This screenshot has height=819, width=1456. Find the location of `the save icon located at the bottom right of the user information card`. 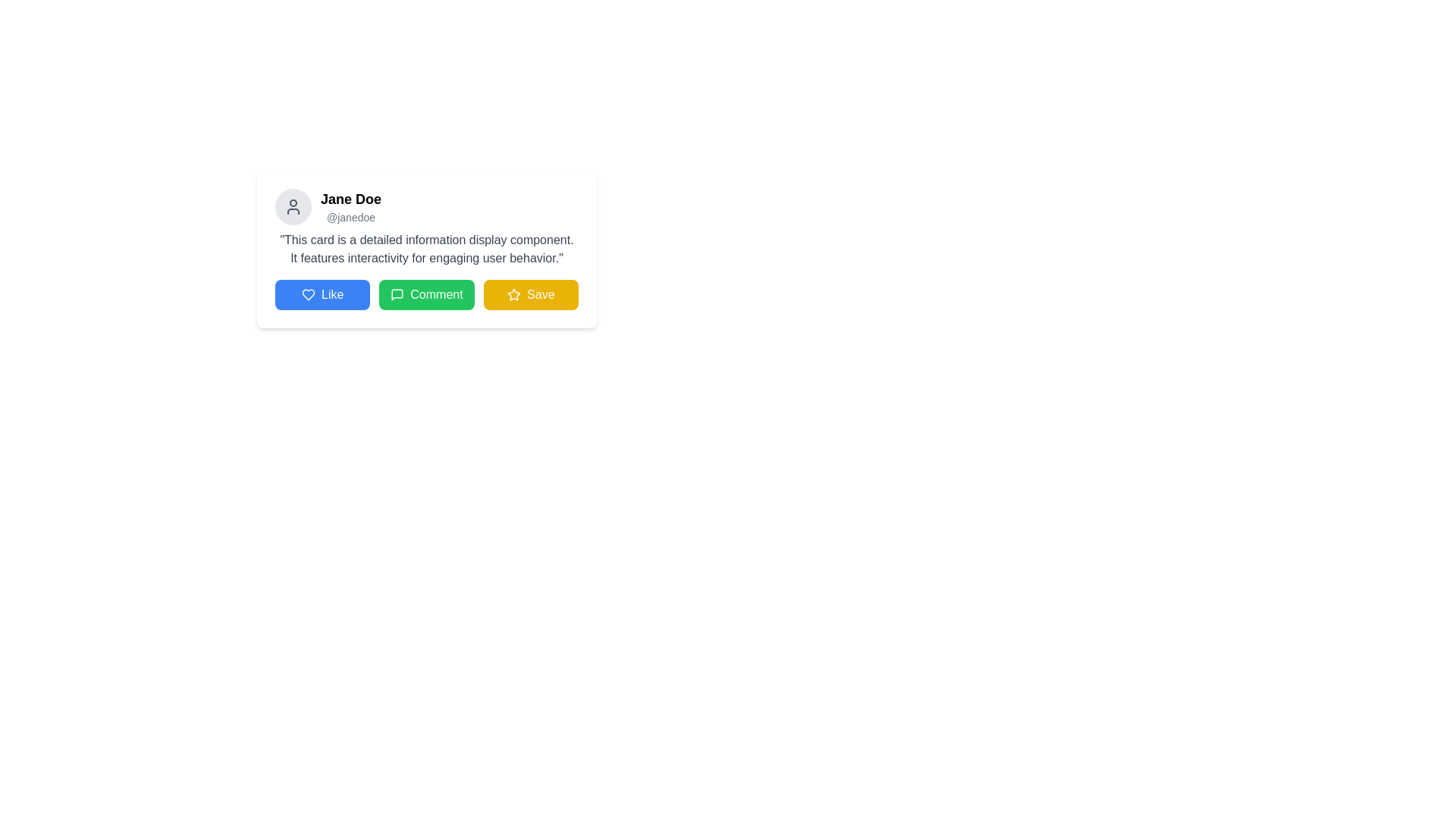

the save icon located at the bottom right of the user information card is located at coordinates (514, 294).